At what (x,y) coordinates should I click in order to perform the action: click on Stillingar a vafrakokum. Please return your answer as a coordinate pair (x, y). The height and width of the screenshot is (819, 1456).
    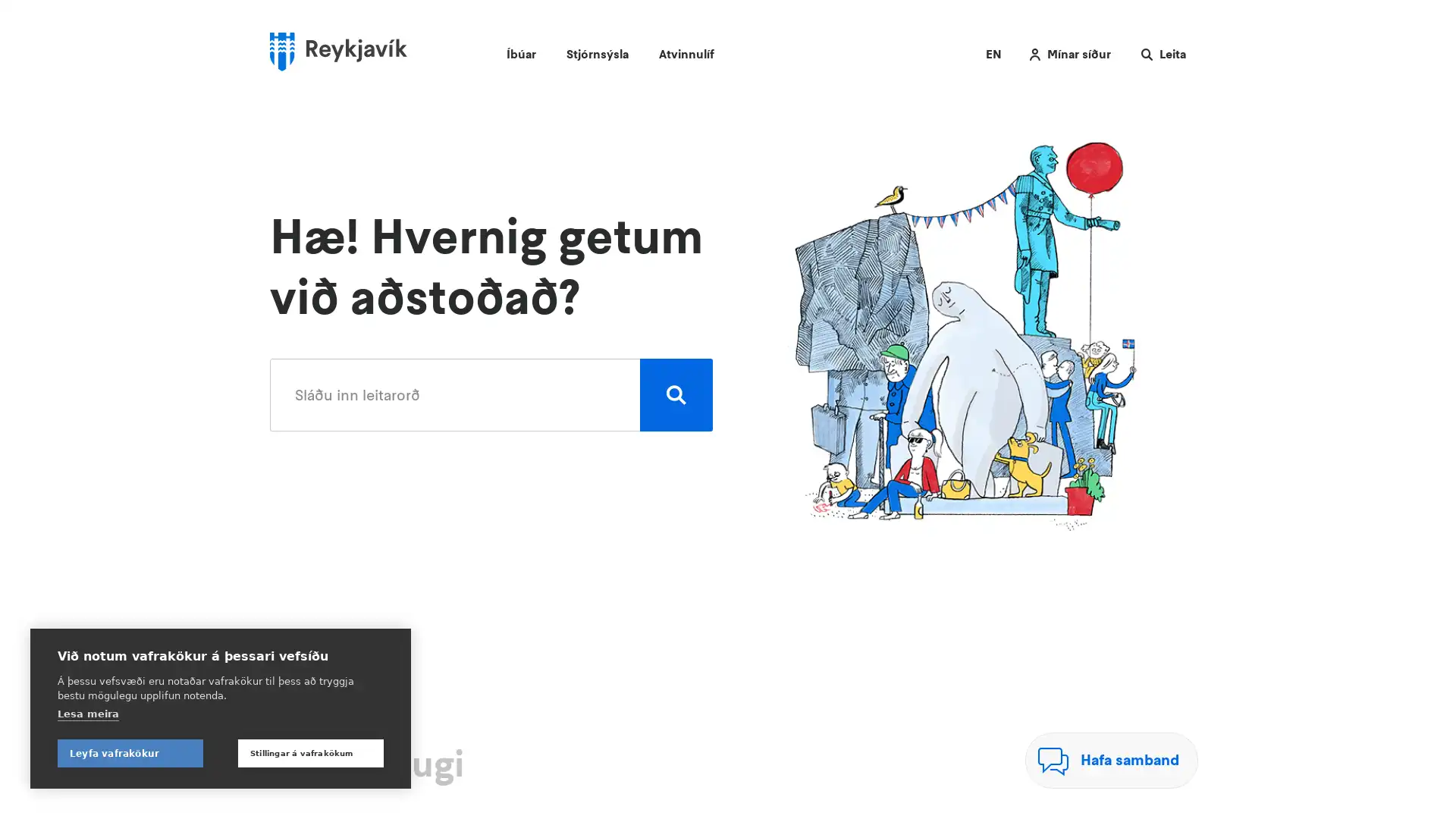
    Looking at the image, I should click on (309, 753).